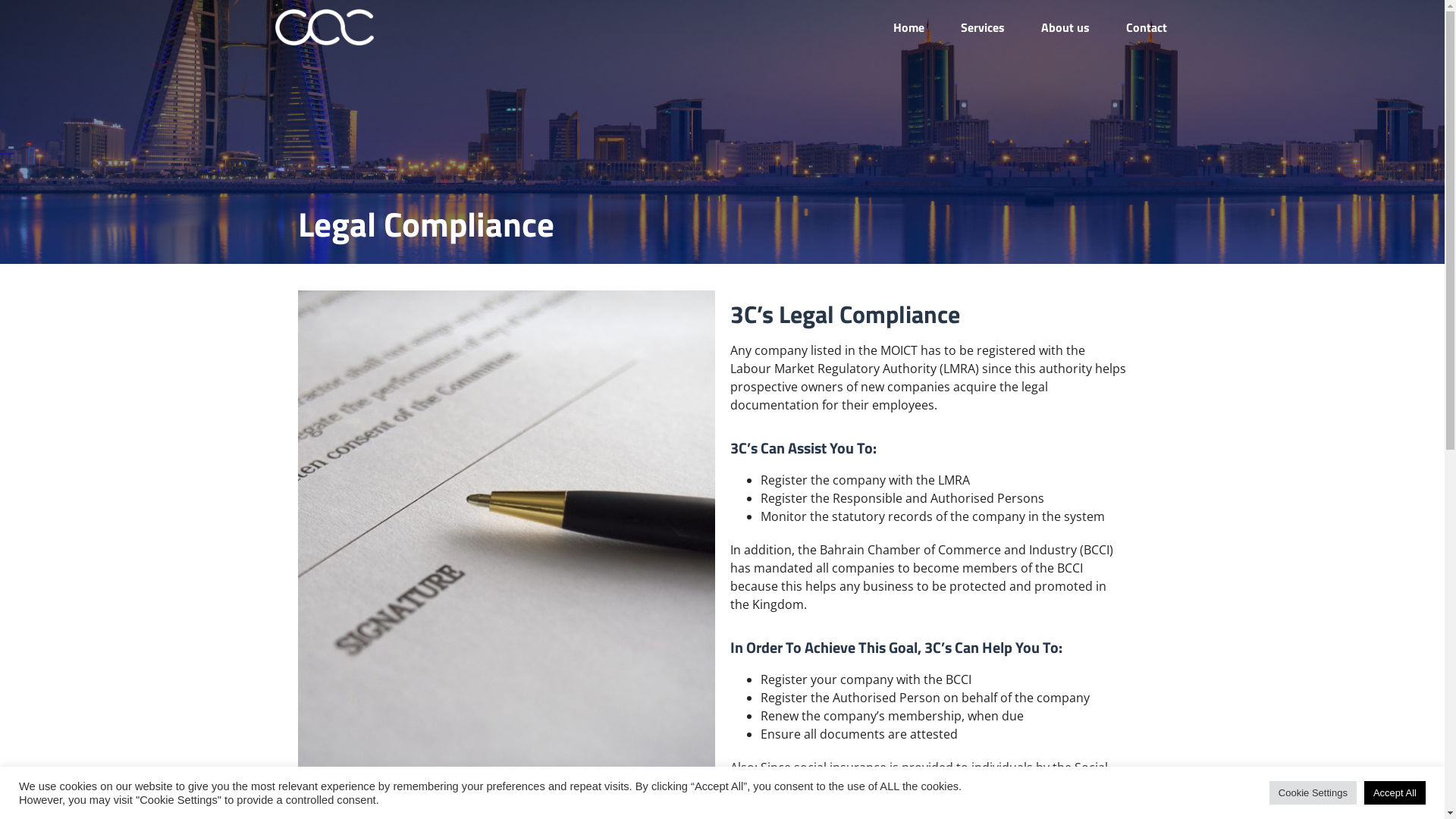  What do you see at coordinates (890, 27) in the screenshot?
I see `'Home'` at bounding box center [890, 27].